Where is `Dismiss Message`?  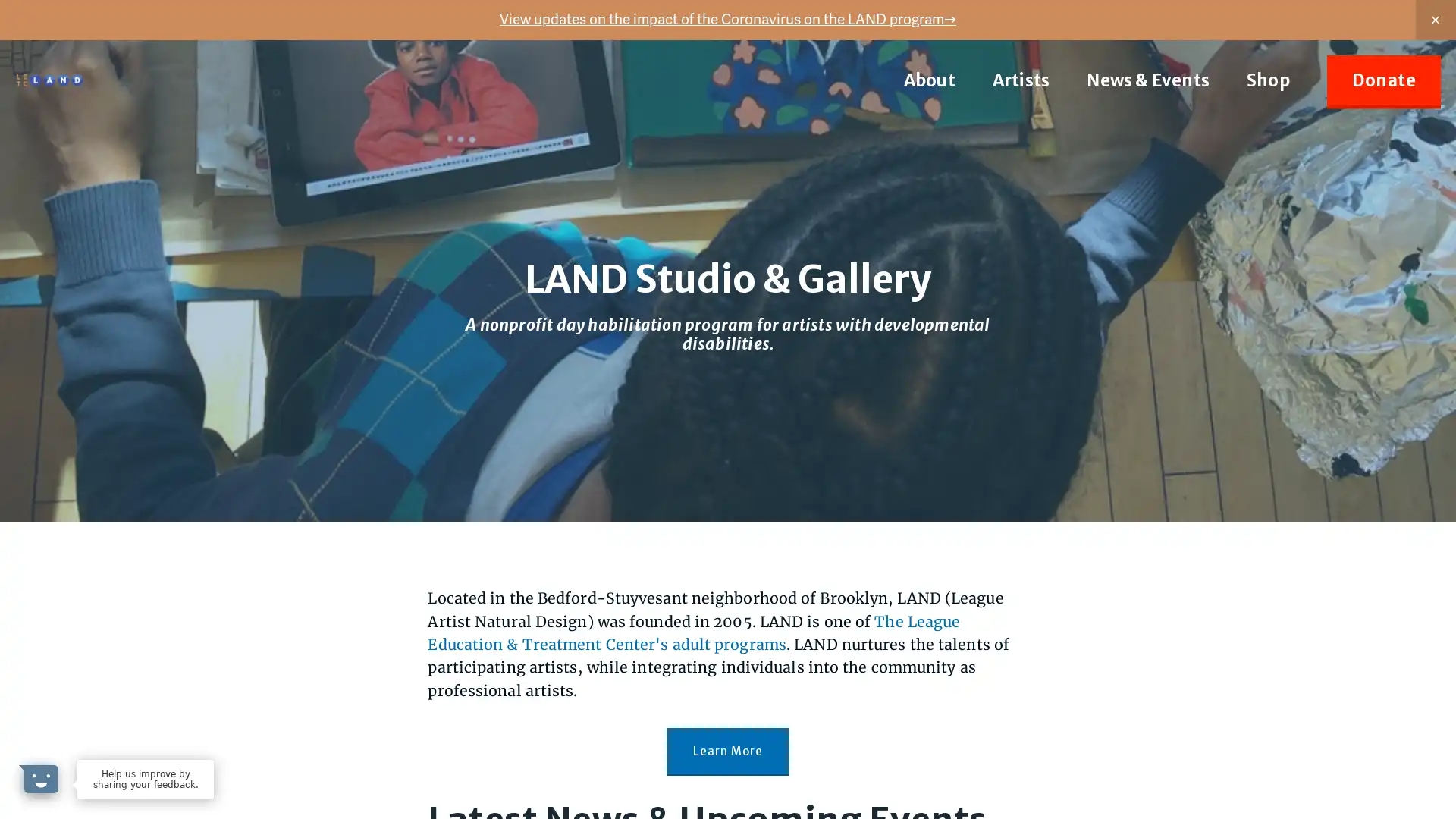
Dismiss Message is located at coordinates (212, 761).